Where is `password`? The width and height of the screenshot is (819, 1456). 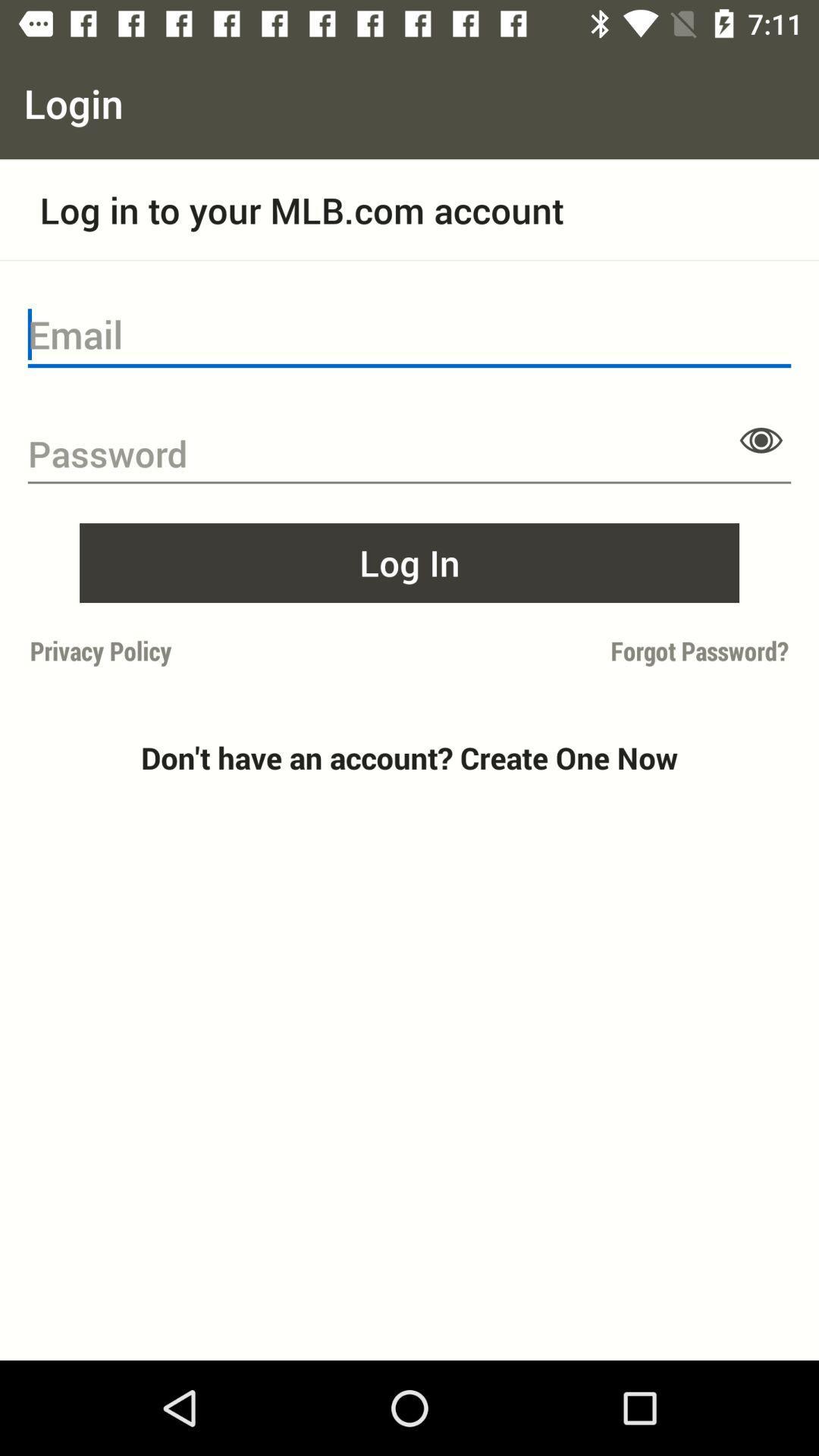
password is located at coordinates (761, 439).